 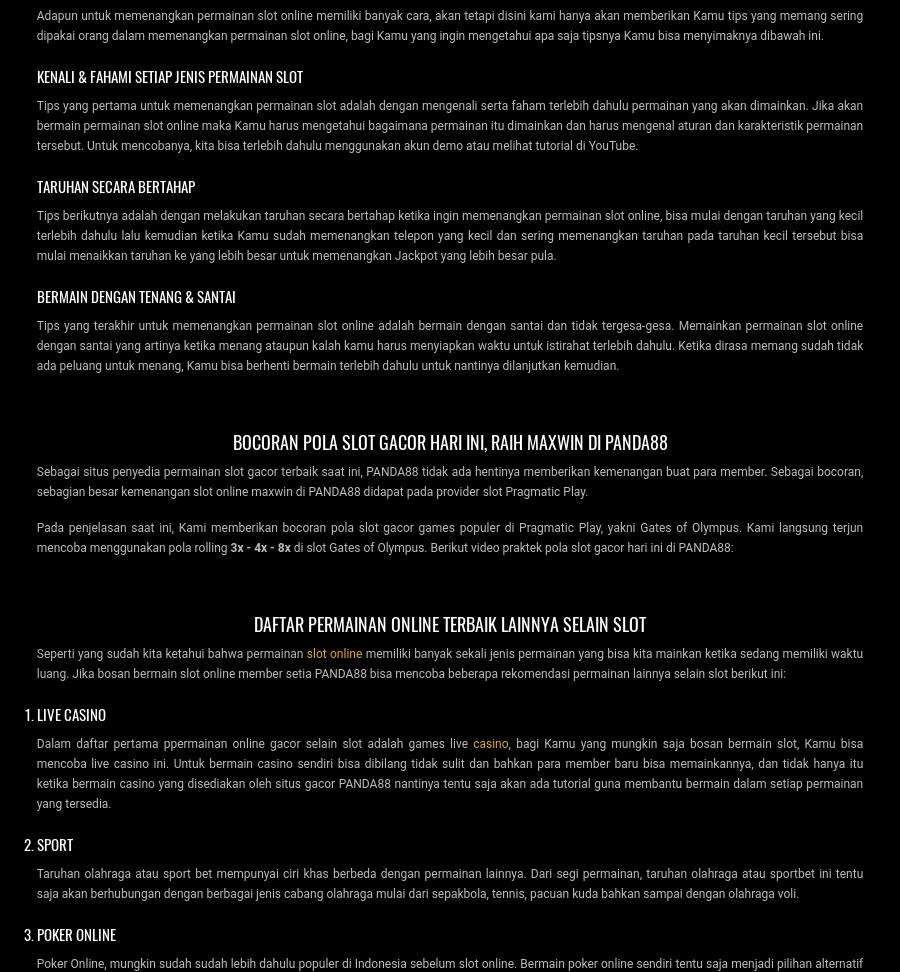 I want to click on 'Seperti yang sudah kita ketahui bahwa permainan', so click(x=171, y=652).